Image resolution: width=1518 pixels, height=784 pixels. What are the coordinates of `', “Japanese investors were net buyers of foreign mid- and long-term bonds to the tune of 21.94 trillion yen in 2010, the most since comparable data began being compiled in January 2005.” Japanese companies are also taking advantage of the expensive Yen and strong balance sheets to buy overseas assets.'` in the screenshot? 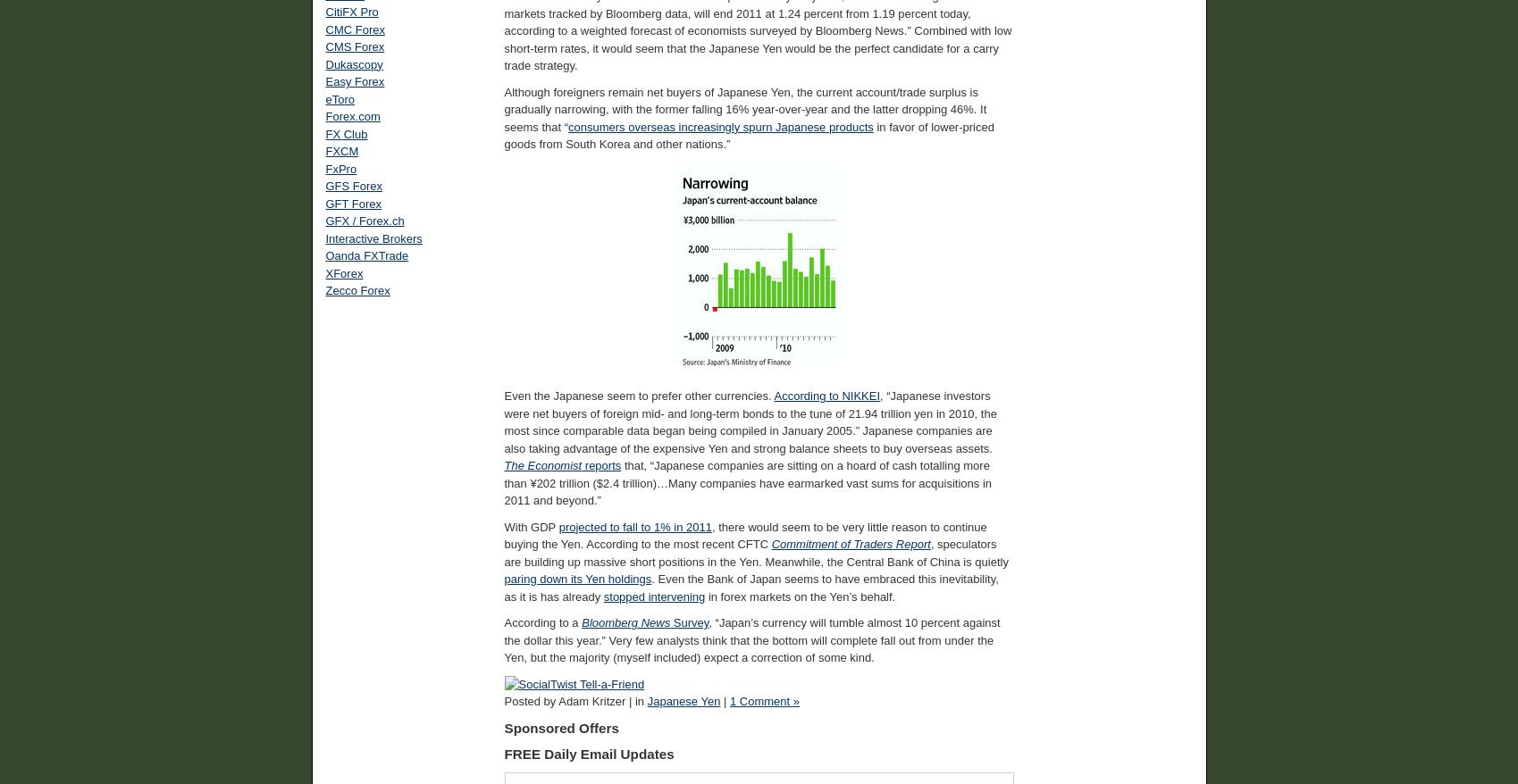 It's located at (750, 421).